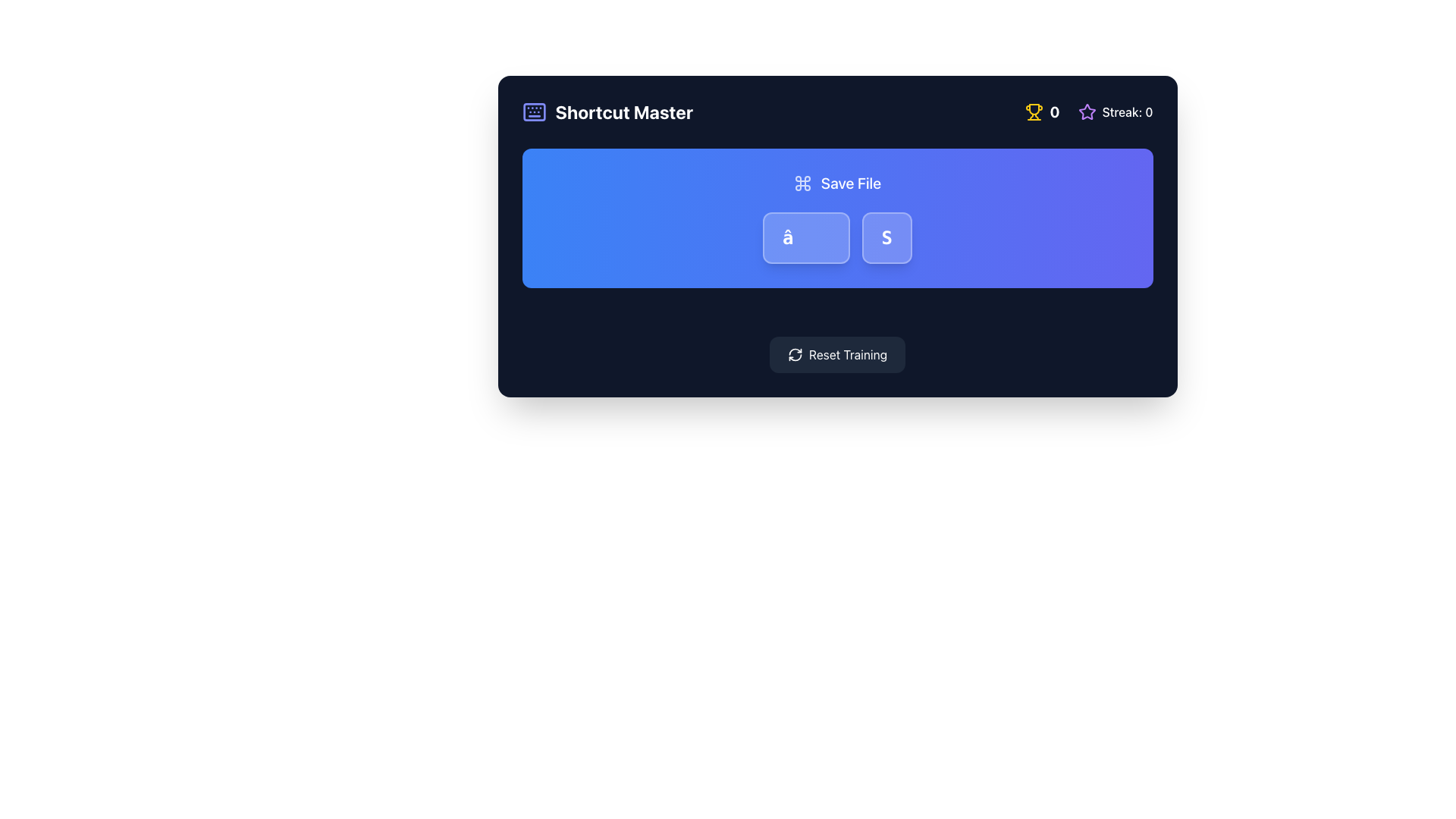  I want to click on the reset button located below the 'Shortcut Master' section, so click(836, 354).